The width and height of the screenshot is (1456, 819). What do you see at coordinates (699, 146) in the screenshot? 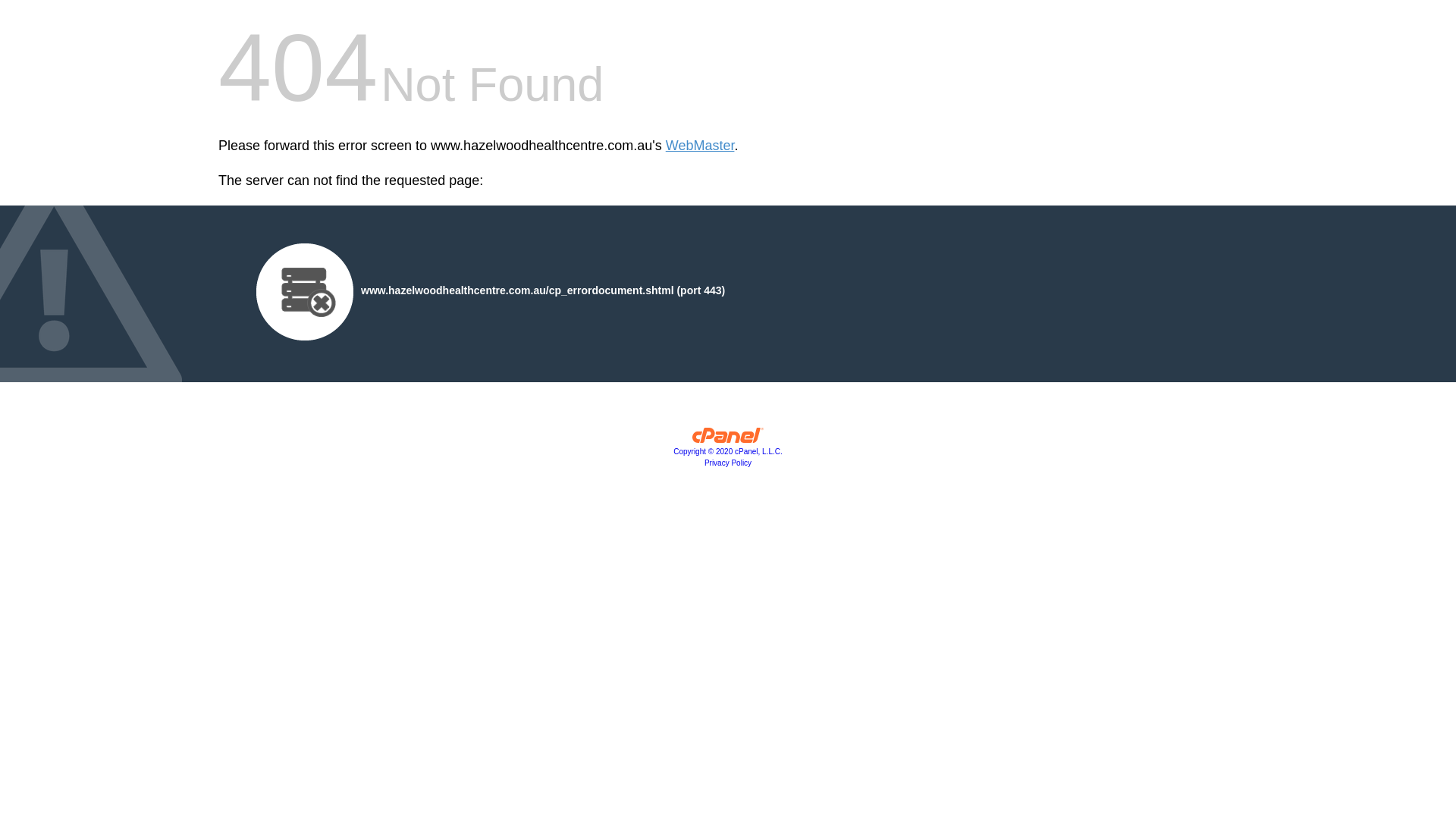
I see `'WebMaster'` at bounding box center [699, 146].